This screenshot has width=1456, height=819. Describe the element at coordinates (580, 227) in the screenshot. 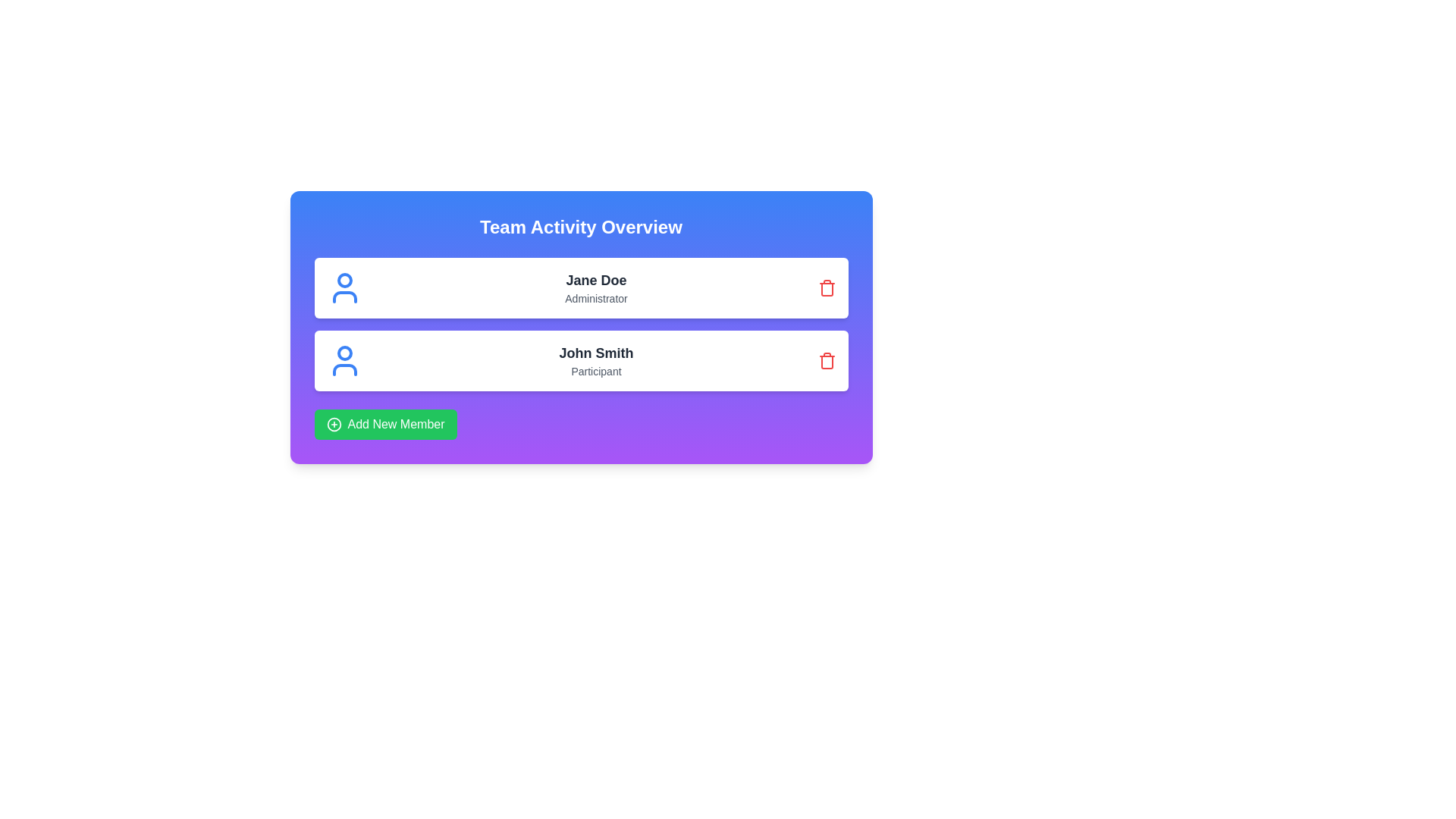

I see `the Text Label that serves as a header for the section, providing an overview of team activities` at that location.